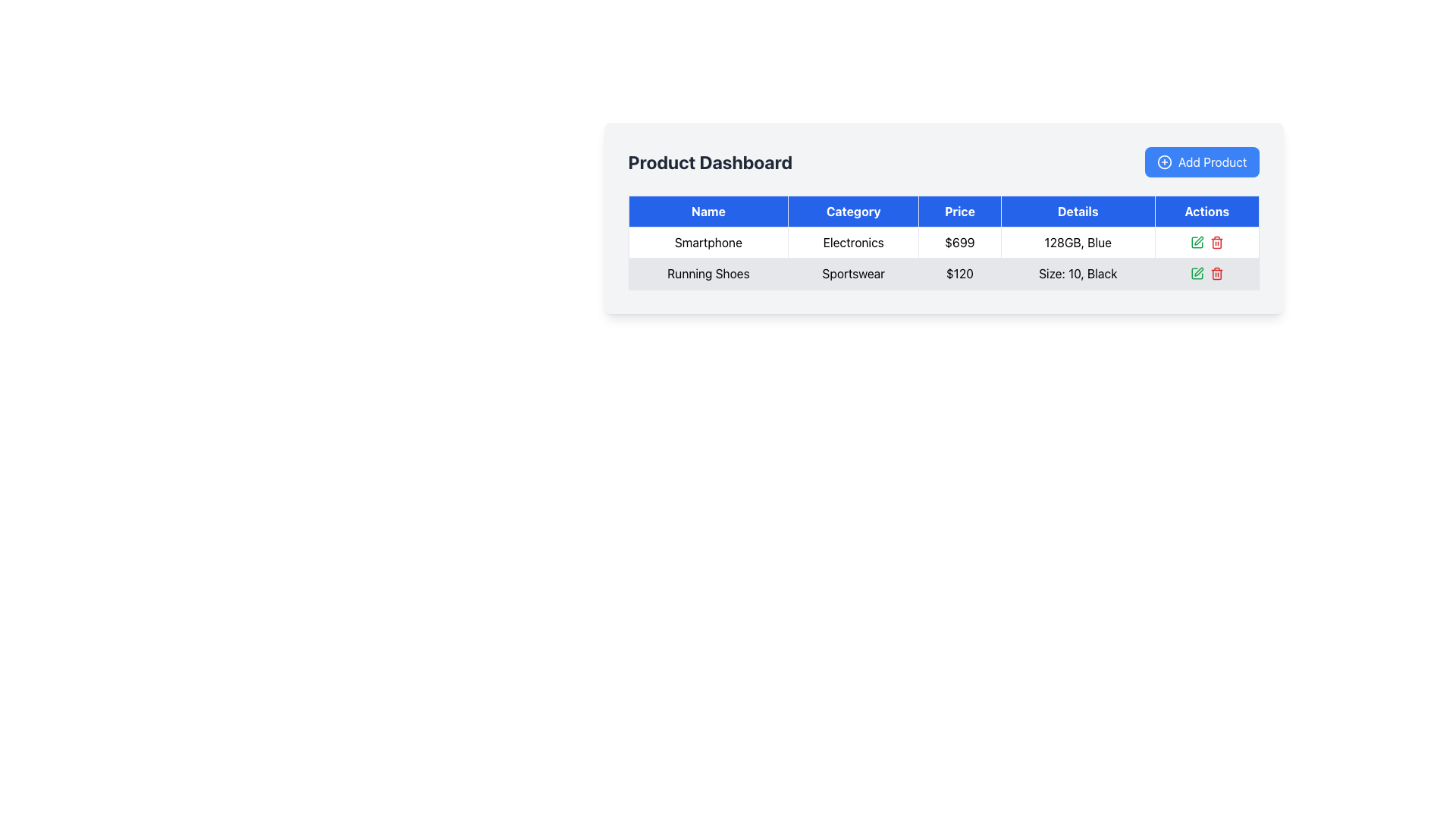 The image size is (1456, 819). What do you see at coordinates (1164, 162) in the screenshot?
I see `the addition icon located to the left of the 'Add Product' button in the upper-right section of the page` at bounding box center [1164, 162].